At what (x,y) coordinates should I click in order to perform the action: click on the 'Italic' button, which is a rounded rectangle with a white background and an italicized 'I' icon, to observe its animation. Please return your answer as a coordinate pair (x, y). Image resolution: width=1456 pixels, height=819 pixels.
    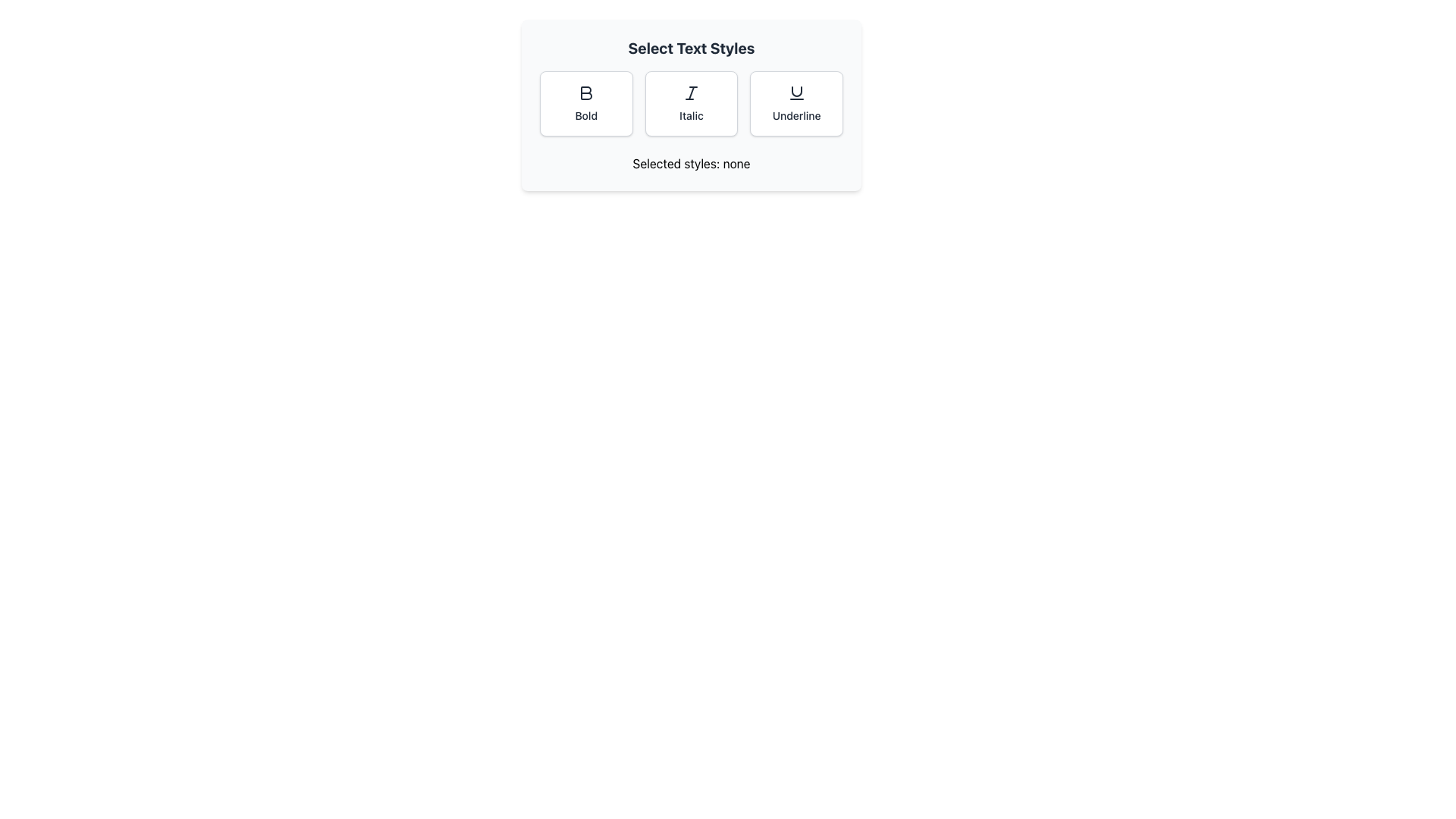
    Looking at the image, I should click on (691, 103).